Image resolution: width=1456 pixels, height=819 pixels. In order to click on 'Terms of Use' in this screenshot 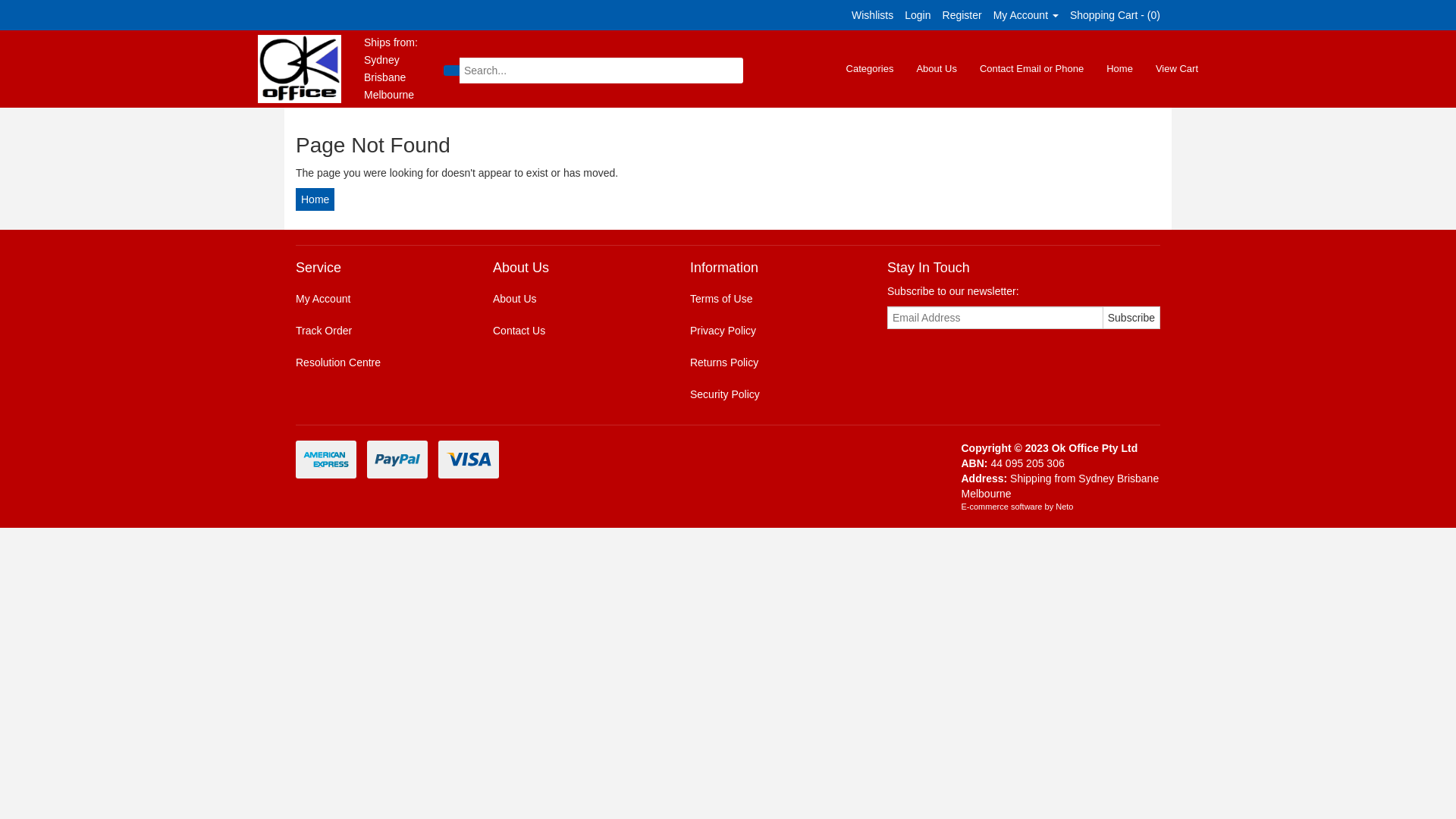, I will do `click(677, 298)`.